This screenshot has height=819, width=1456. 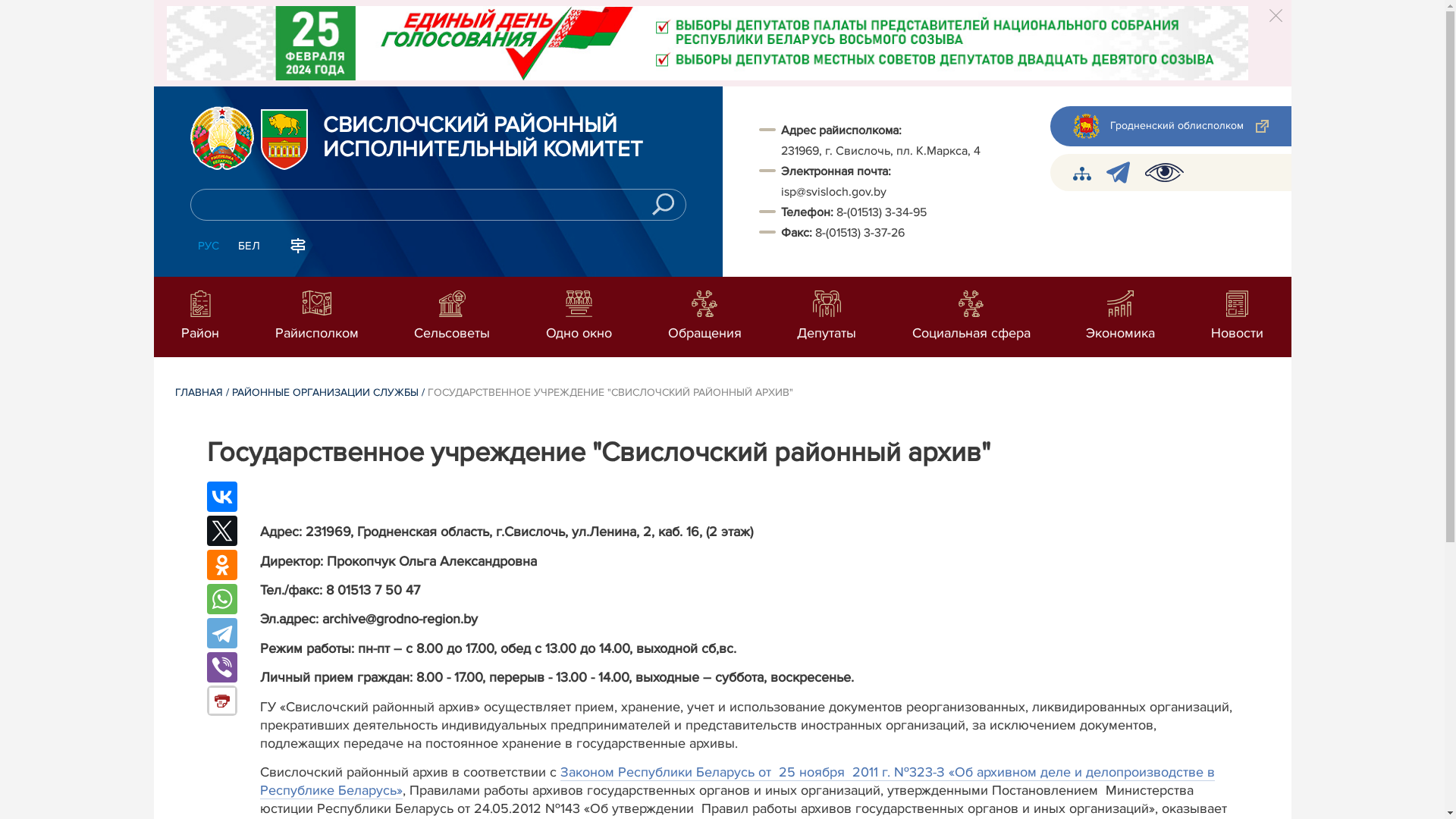 I want to click on 'Twitter', so click(x=221, y=529).